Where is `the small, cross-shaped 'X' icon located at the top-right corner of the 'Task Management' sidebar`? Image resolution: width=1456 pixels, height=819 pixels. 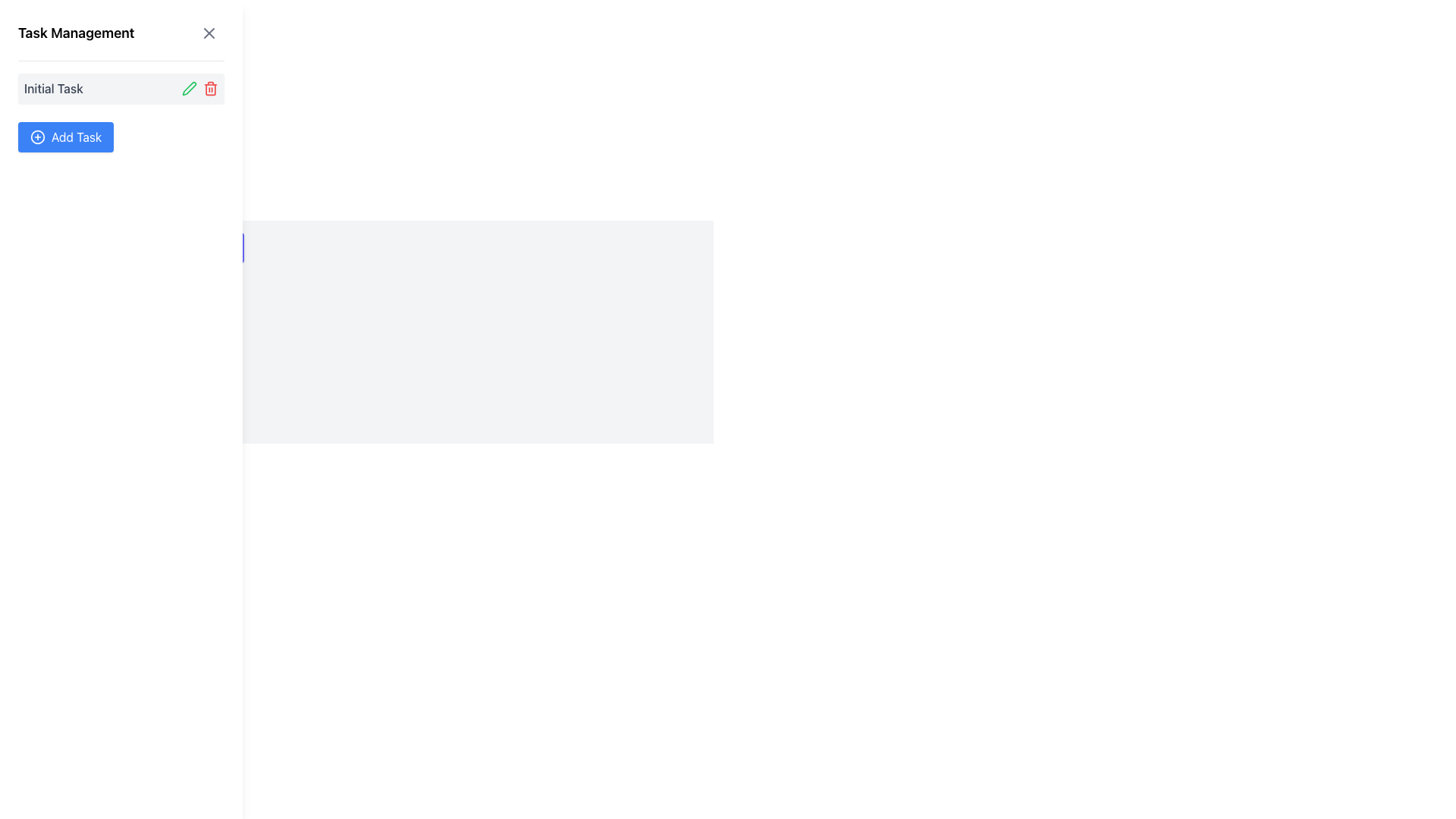
the small, cross-shaped 'X' icon located at the top-right corner of the 'Task Management' sidebar is located at coordinates (208, 33).